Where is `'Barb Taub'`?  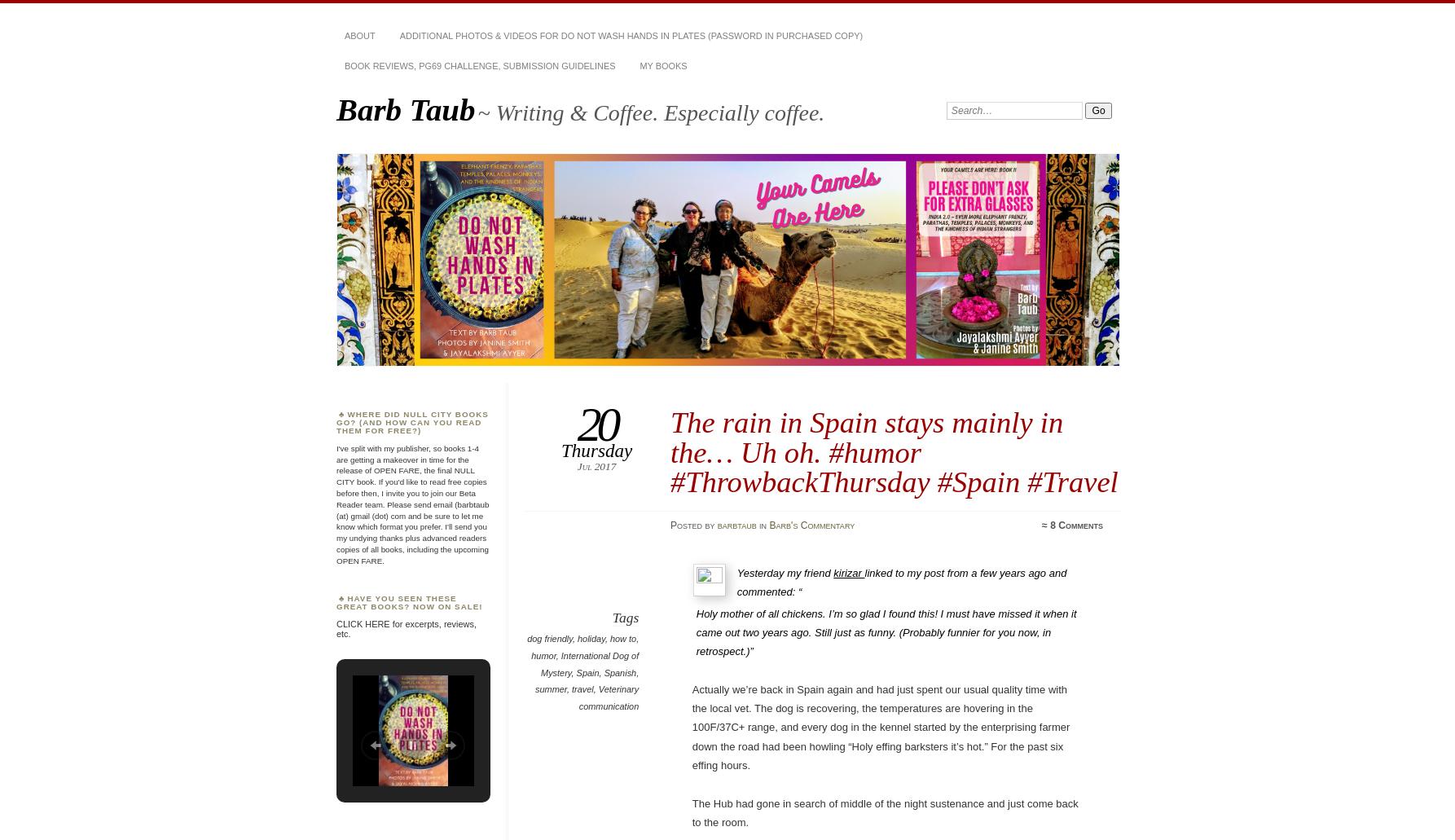
'Barb Taub' is located at coordinates (404, 108).